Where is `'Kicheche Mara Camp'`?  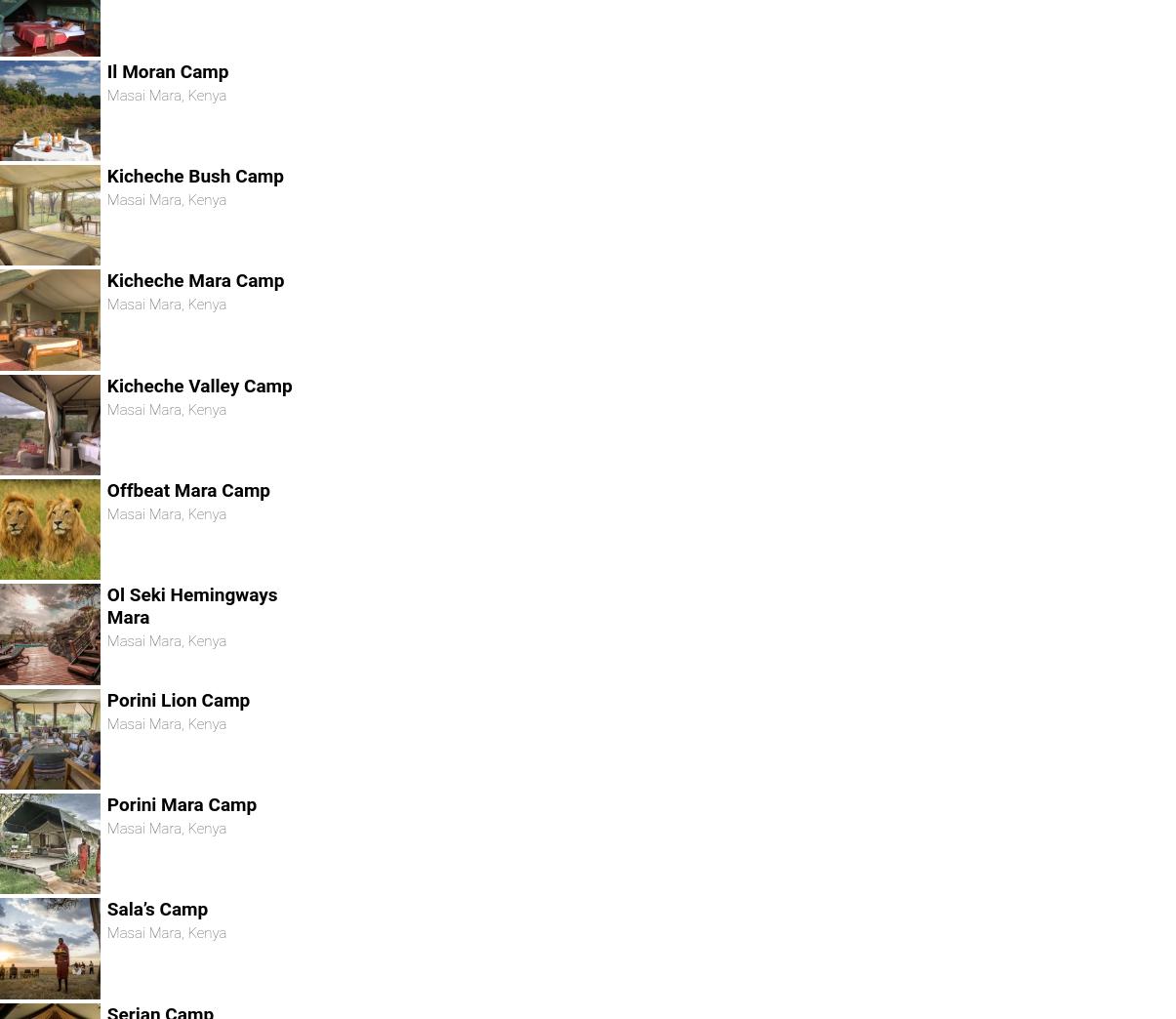
'Kicheche Mara Camp' is located at coordinates (194, 279).